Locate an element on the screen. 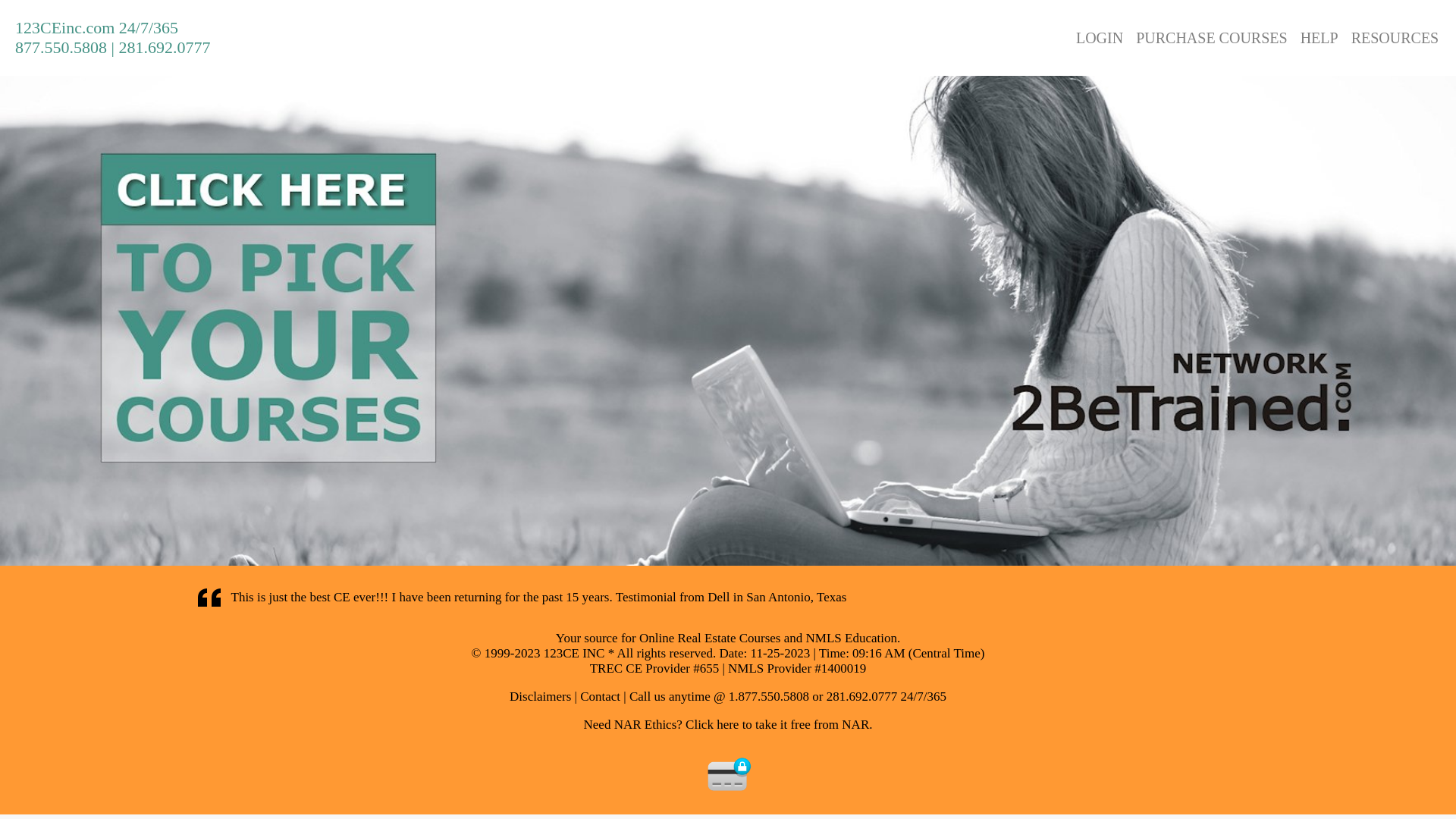 This screenshot has width=1456, height=819. 'HELP' is located at coordinates (1318, 36).